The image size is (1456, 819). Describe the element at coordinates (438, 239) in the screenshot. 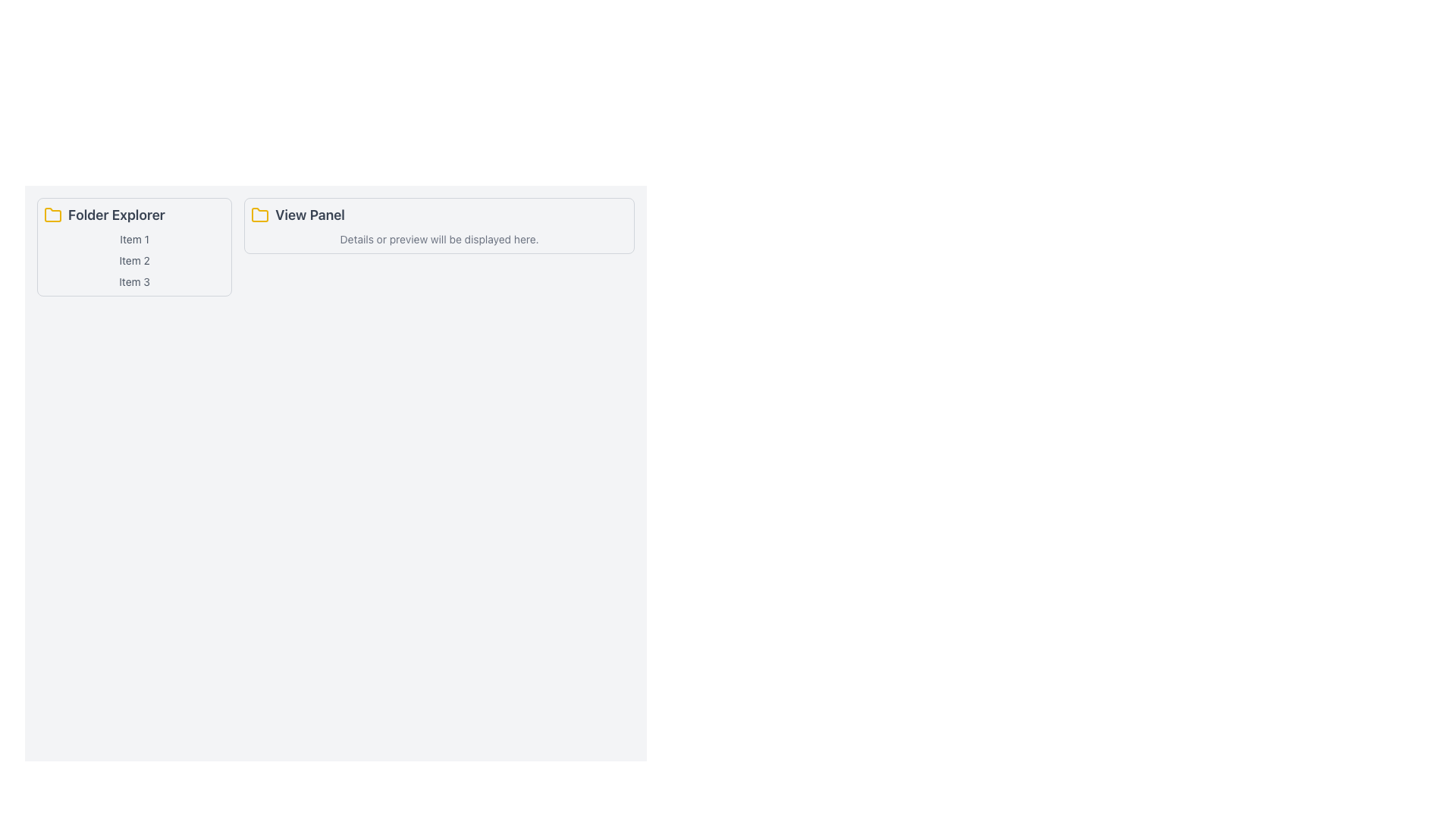

I see `the text display stating 'Details or preview will be displayed here.' which is centrally aligned in the lower portion of the 'View Panel' section` at that location.